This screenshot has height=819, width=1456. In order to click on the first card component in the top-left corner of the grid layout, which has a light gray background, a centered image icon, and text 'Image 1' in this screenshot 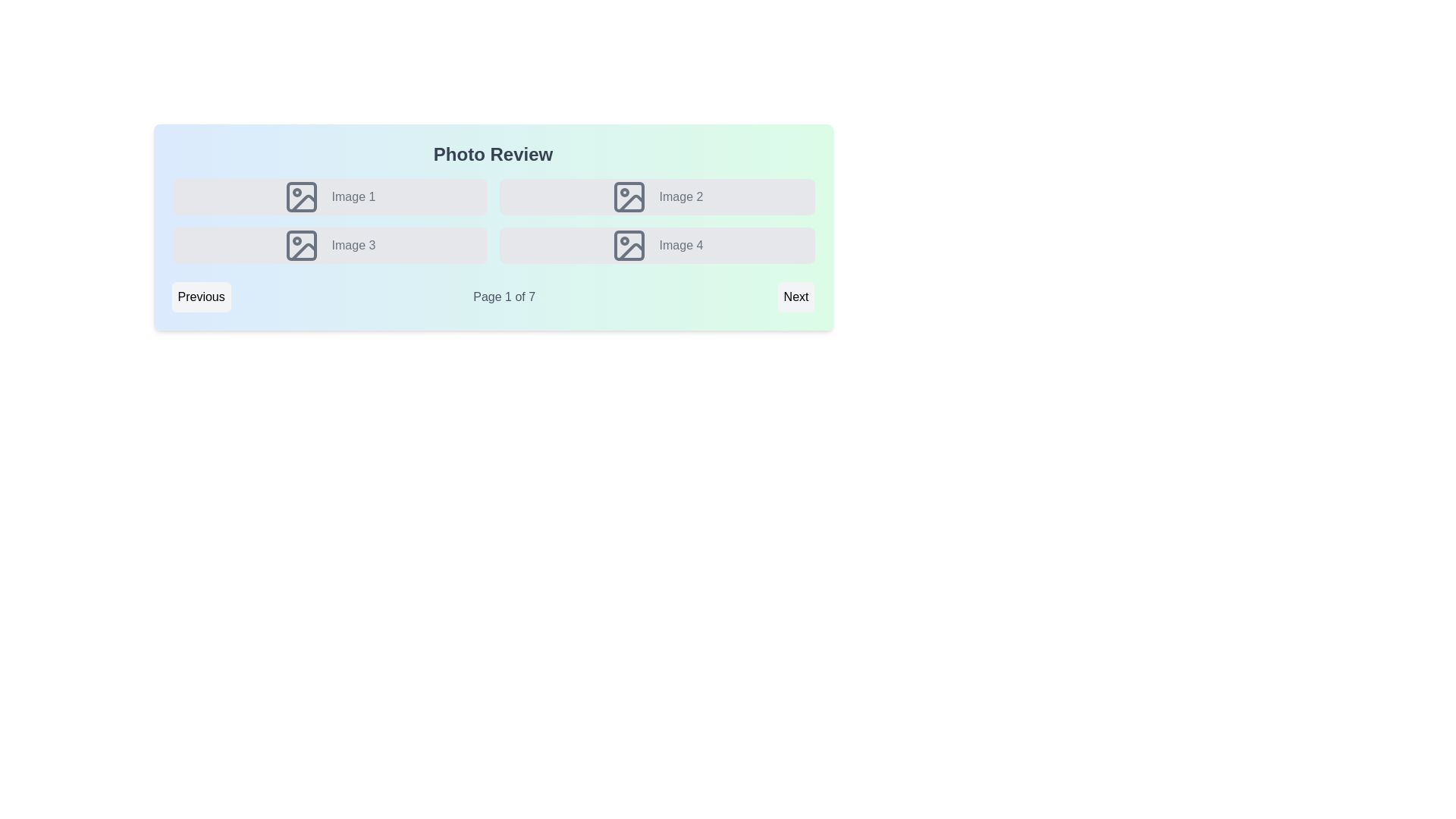, I will do `click(328, 196)`.